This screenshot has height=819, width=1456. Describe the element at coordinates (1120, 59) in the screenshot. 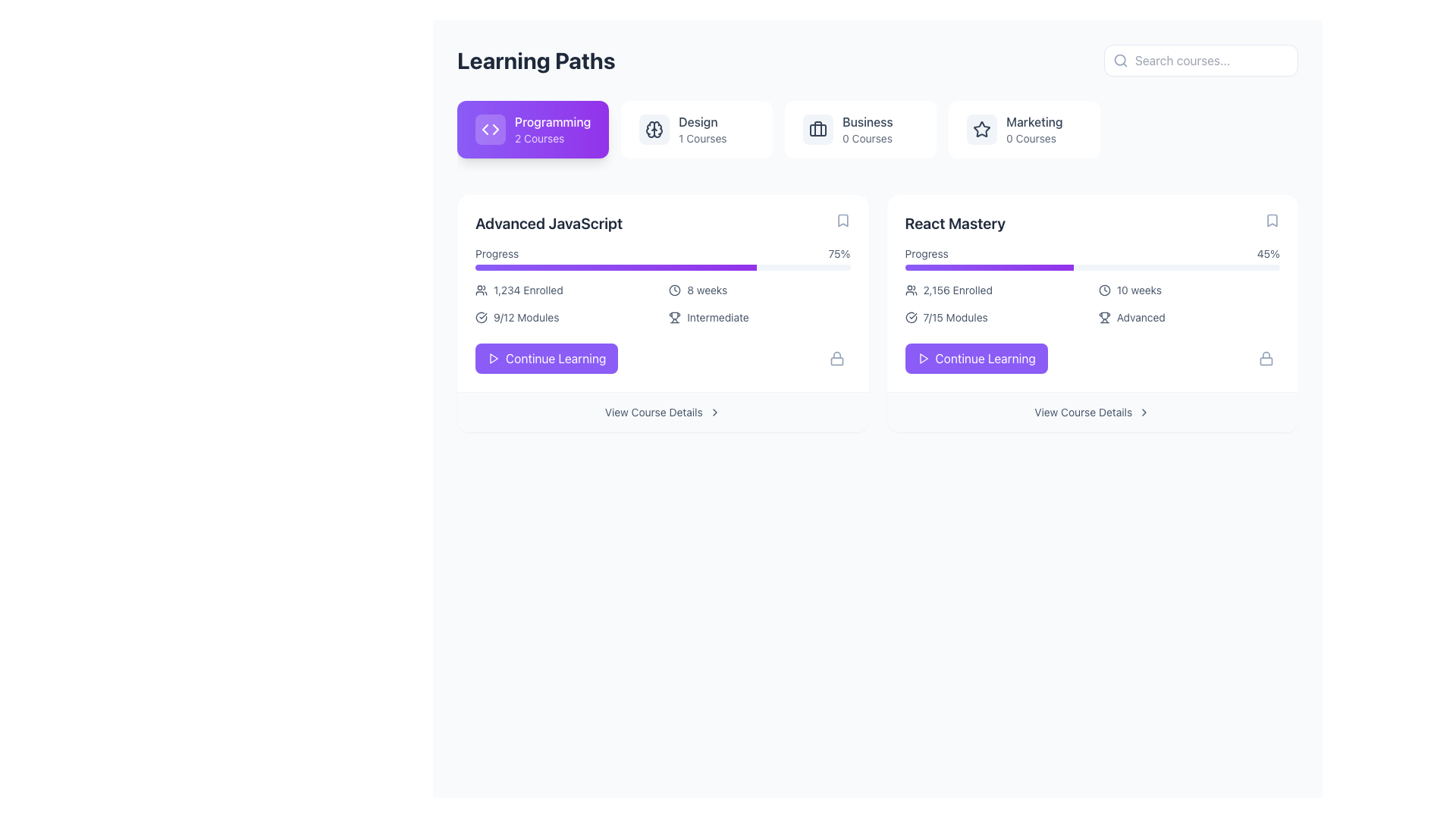

I see `the circular decorative element that forms part of the search icon in the top-right section of the UI` at that location.